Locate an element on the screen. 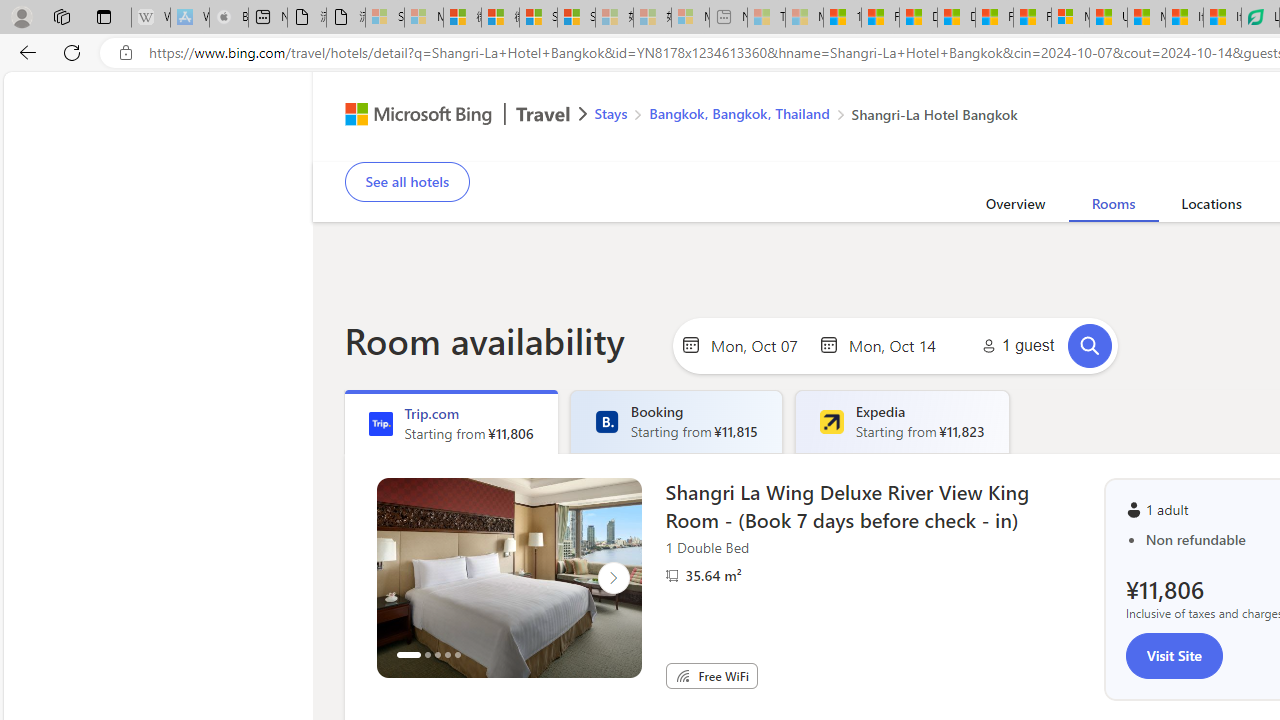  'Expedia' is located at coordinates (831, 420).